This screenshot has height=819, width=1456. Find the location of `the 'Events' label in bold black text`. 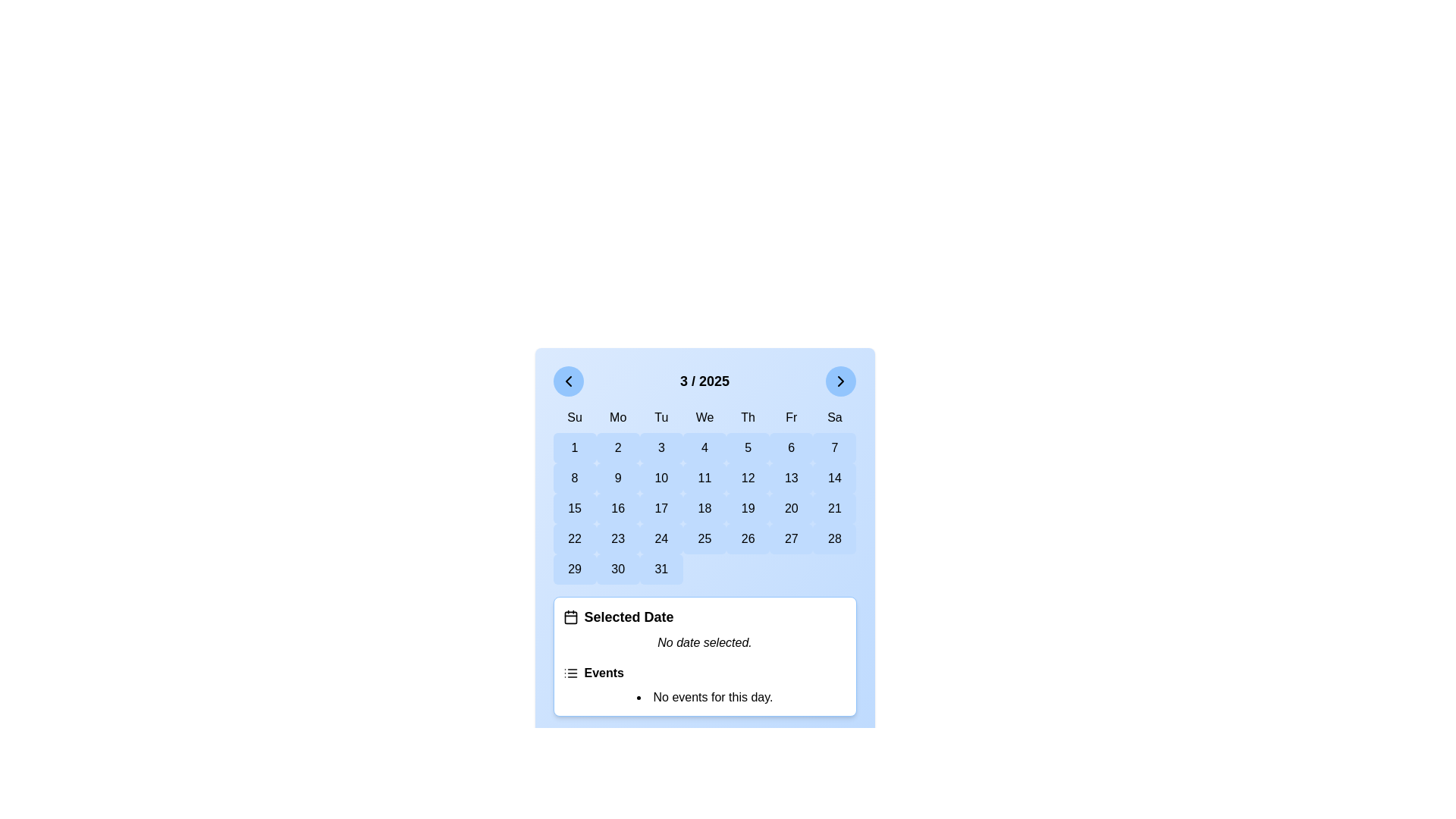

the 'Events' label in bold black text is located at coordinates (603, 672).